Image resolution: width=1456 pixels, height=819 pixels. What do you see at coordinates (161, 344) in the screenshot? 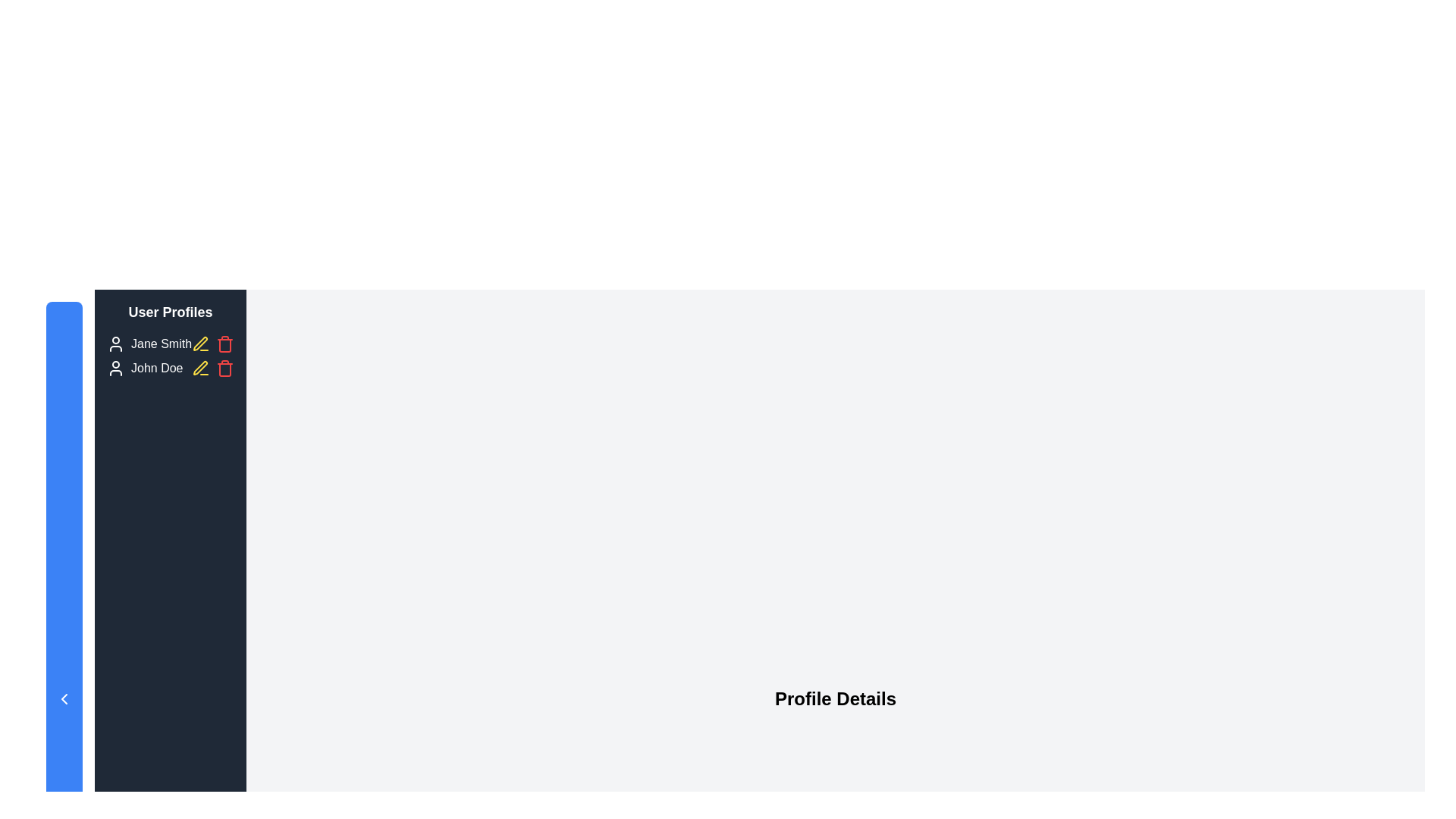
I see `the Text Label 'Jane Smith' which identifies the user profile, located in the left sidebar next to the edit and delete icons` at bounding box center [161, 344].